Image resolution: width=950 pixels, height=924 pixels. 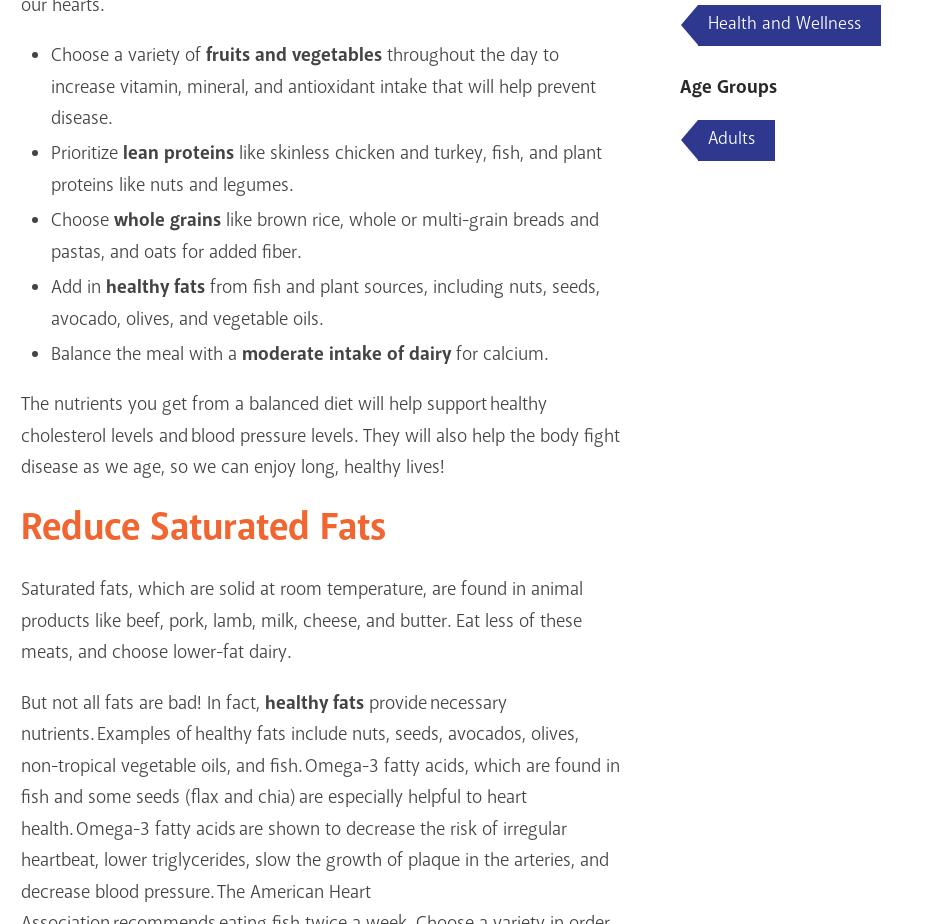 What do you see at coordinates (324, 168) in the screenshot?
I see `'like skinless chicken and turkey, fish, and plant proteins like nuts and legumes.'` at bounding box center [324, 168].